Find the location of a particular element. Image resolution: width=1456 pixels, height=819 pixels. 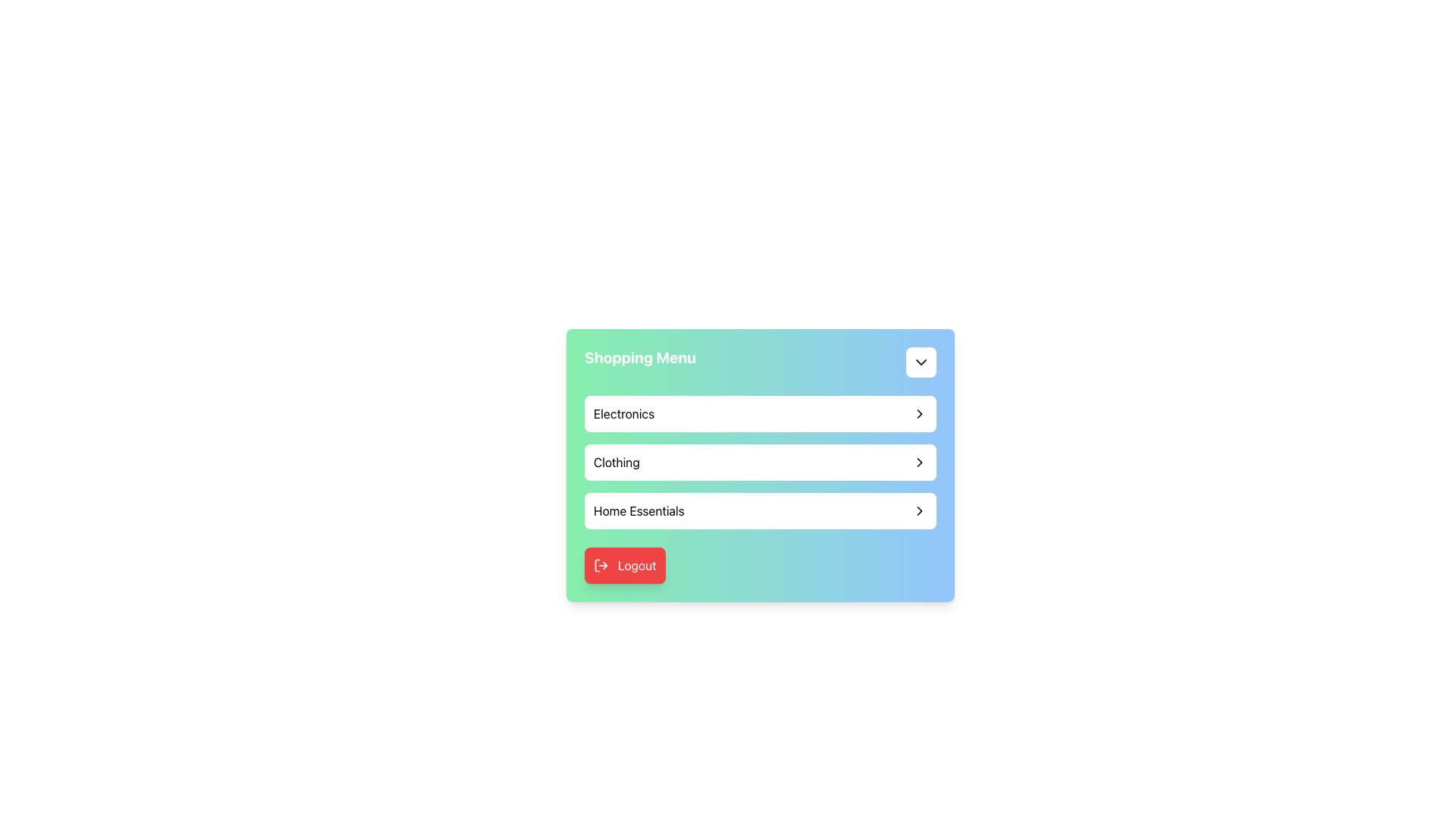

the leftmost portion of the door-shaped icon indicating the logout action within the red Logout button at the bottom of the menu panel is located at coordinates (596, 565).